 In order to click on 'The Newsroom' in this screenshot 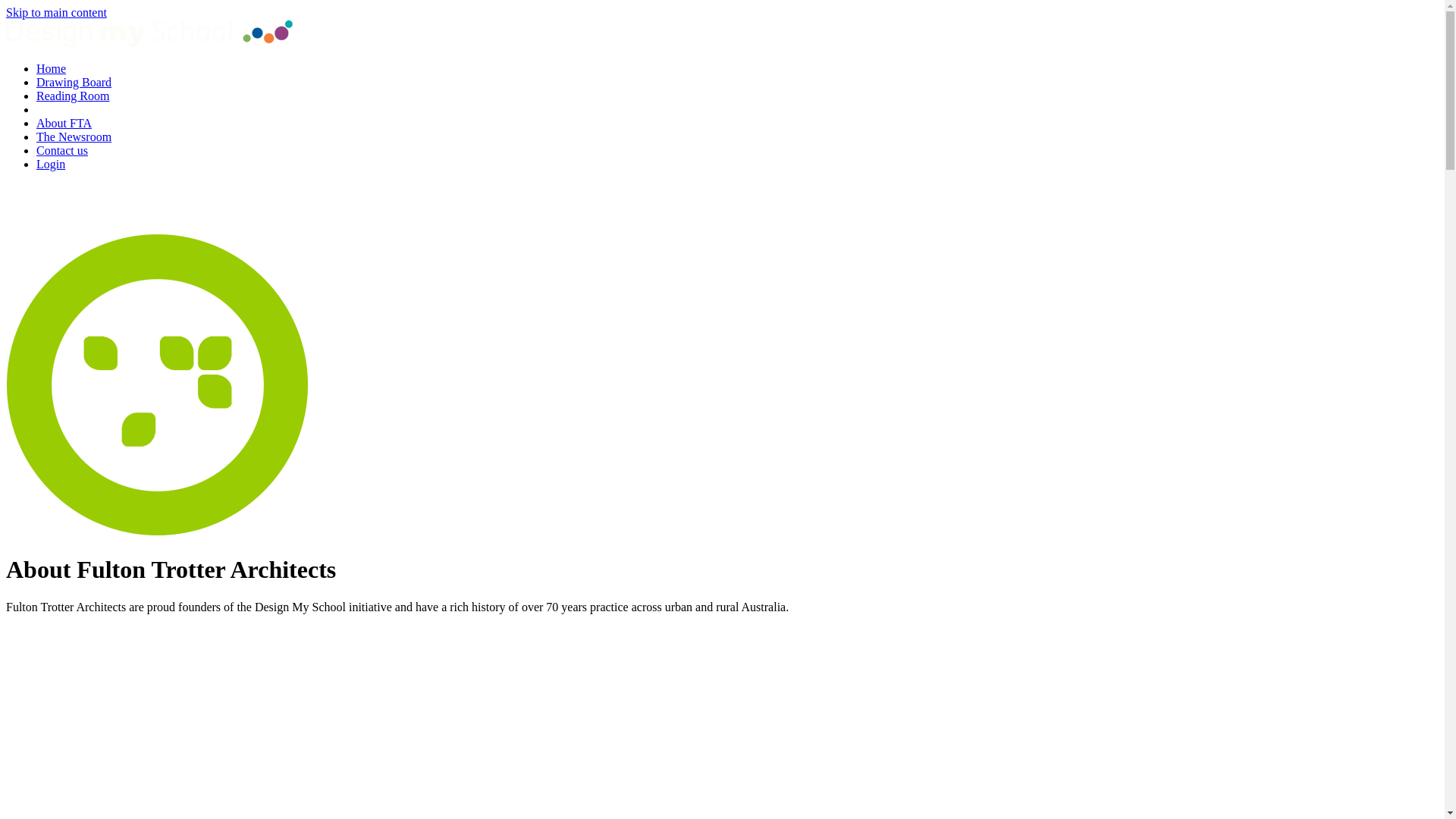, I will do `click(73, 136)`.